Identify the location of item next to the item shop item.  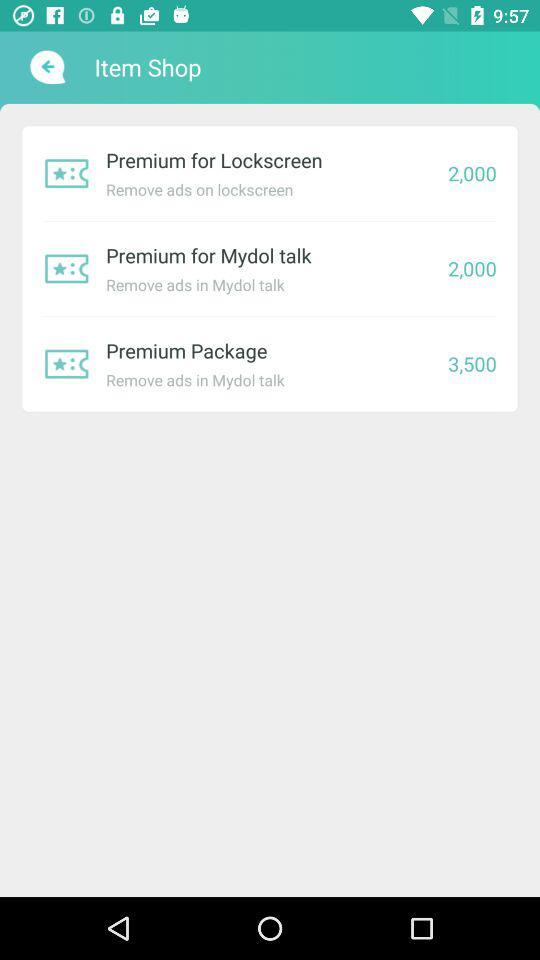
(45, 67).